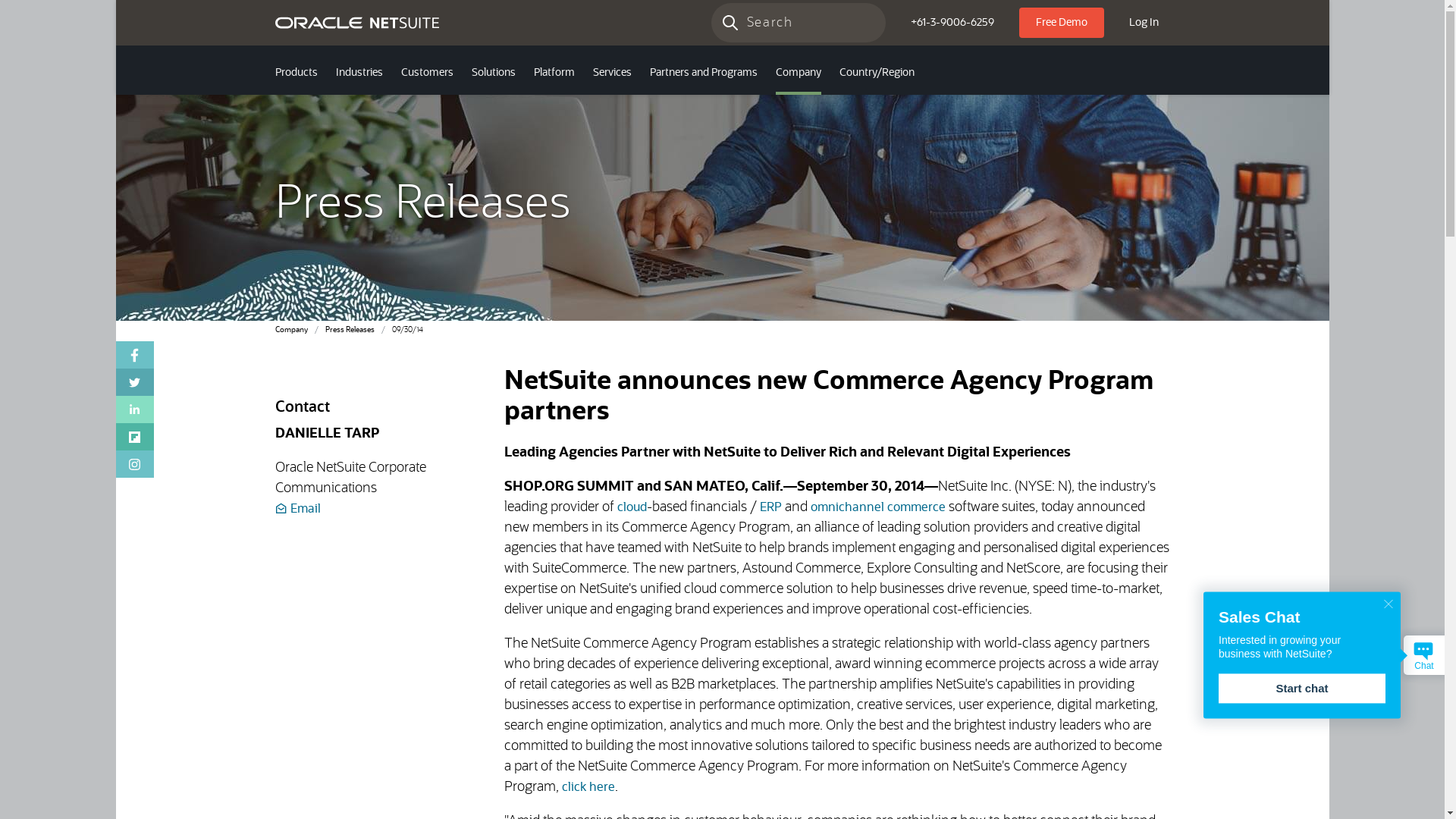 Image resolution: width=1456 pixels, height=819 pixels. What do you see at coordinates (358, 74) in the screenshot?
I see `'Industries'` at bounding box center [358, 74].